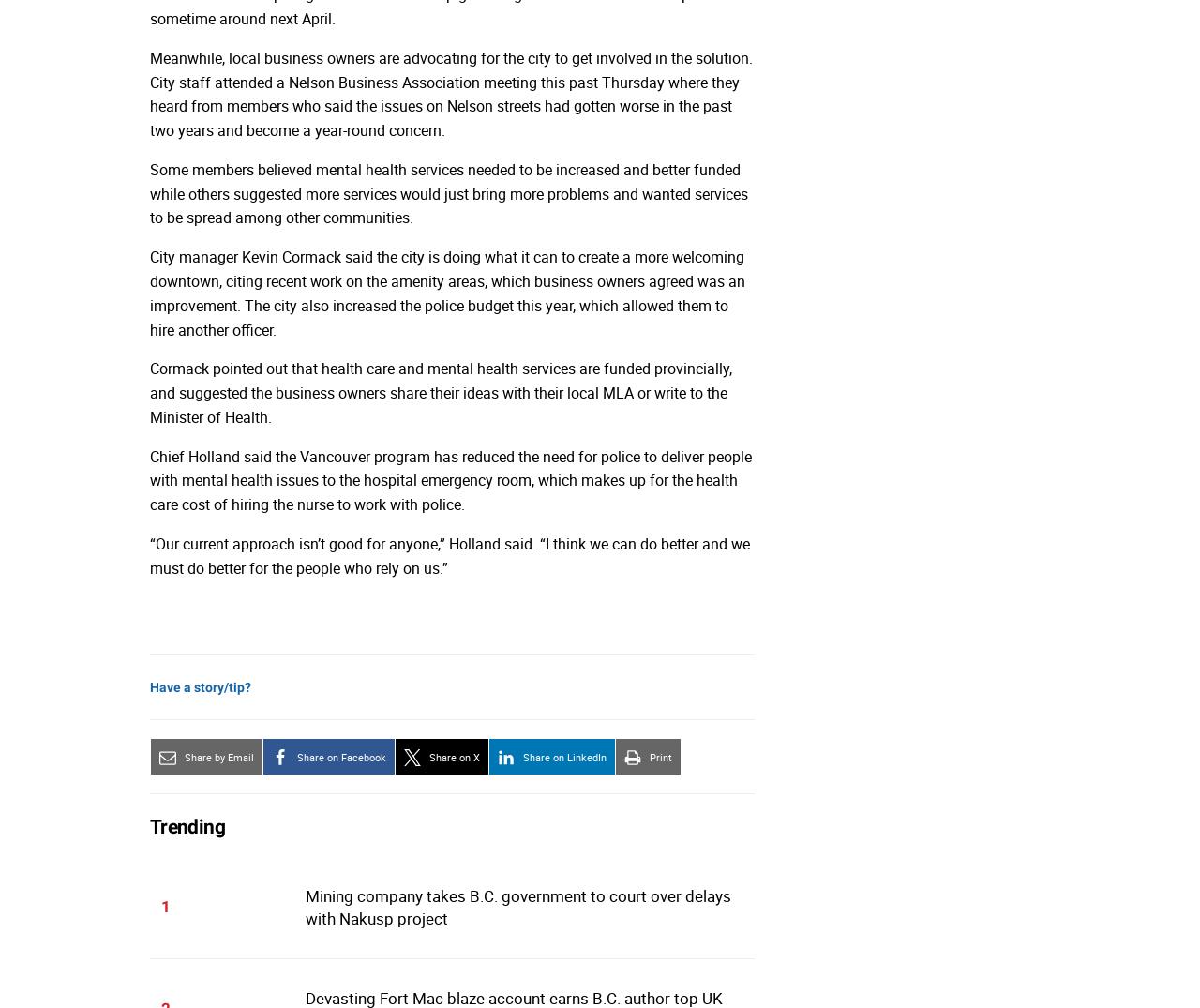 This screenshot has height=1008, width=1200. What do you see at coordinates (304, 907) in the screenshot?
I see `'Mining company takes B.C. government to court over delays with Nakusp project'` at bounding box center [304, 907].